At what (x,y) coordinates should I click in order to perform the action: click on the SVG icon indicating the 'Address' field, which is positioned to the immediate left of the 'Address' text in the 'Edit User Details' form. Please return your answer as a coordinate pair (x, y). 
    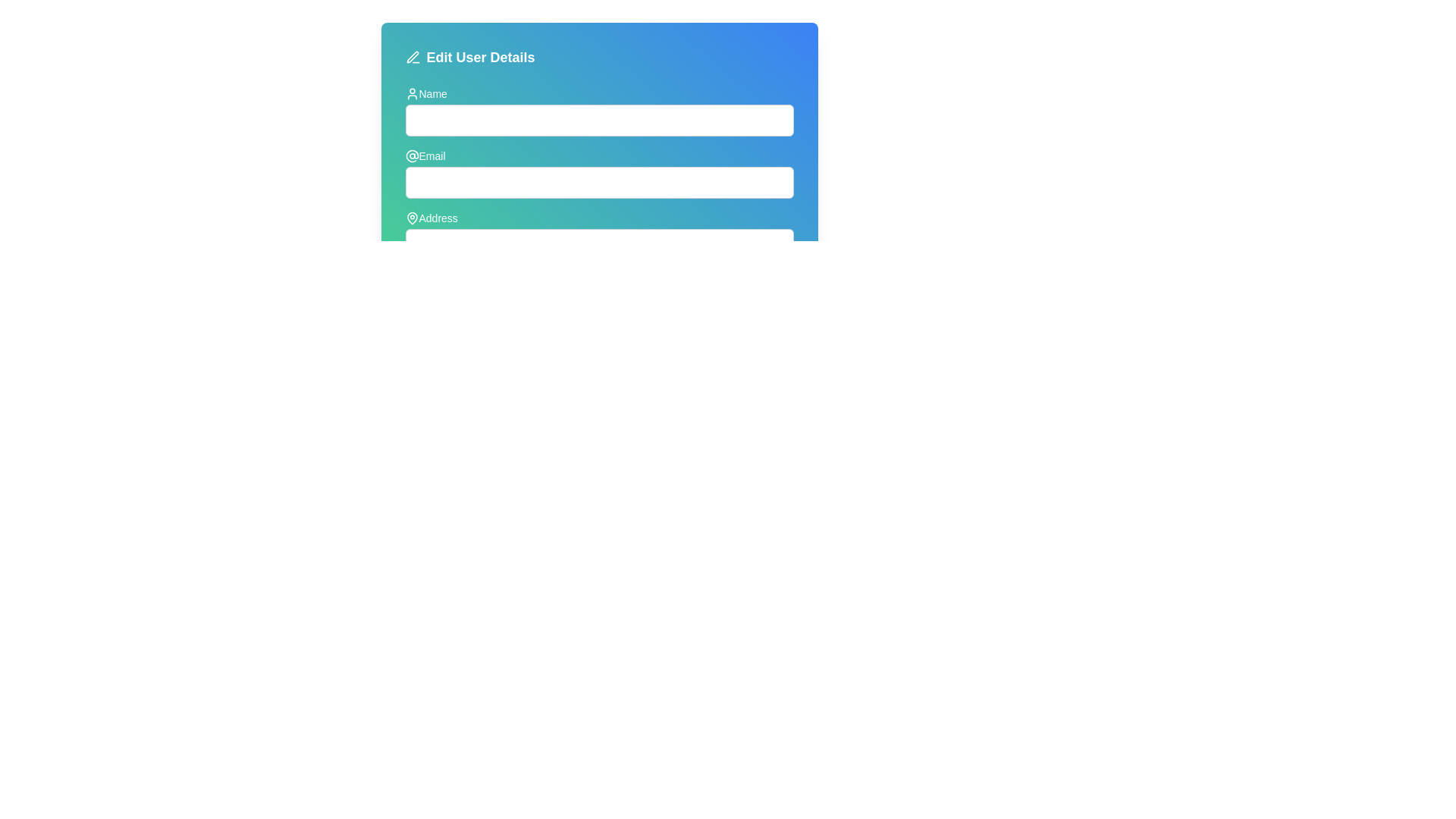
    Looking at the image, I should click on (412, 218).